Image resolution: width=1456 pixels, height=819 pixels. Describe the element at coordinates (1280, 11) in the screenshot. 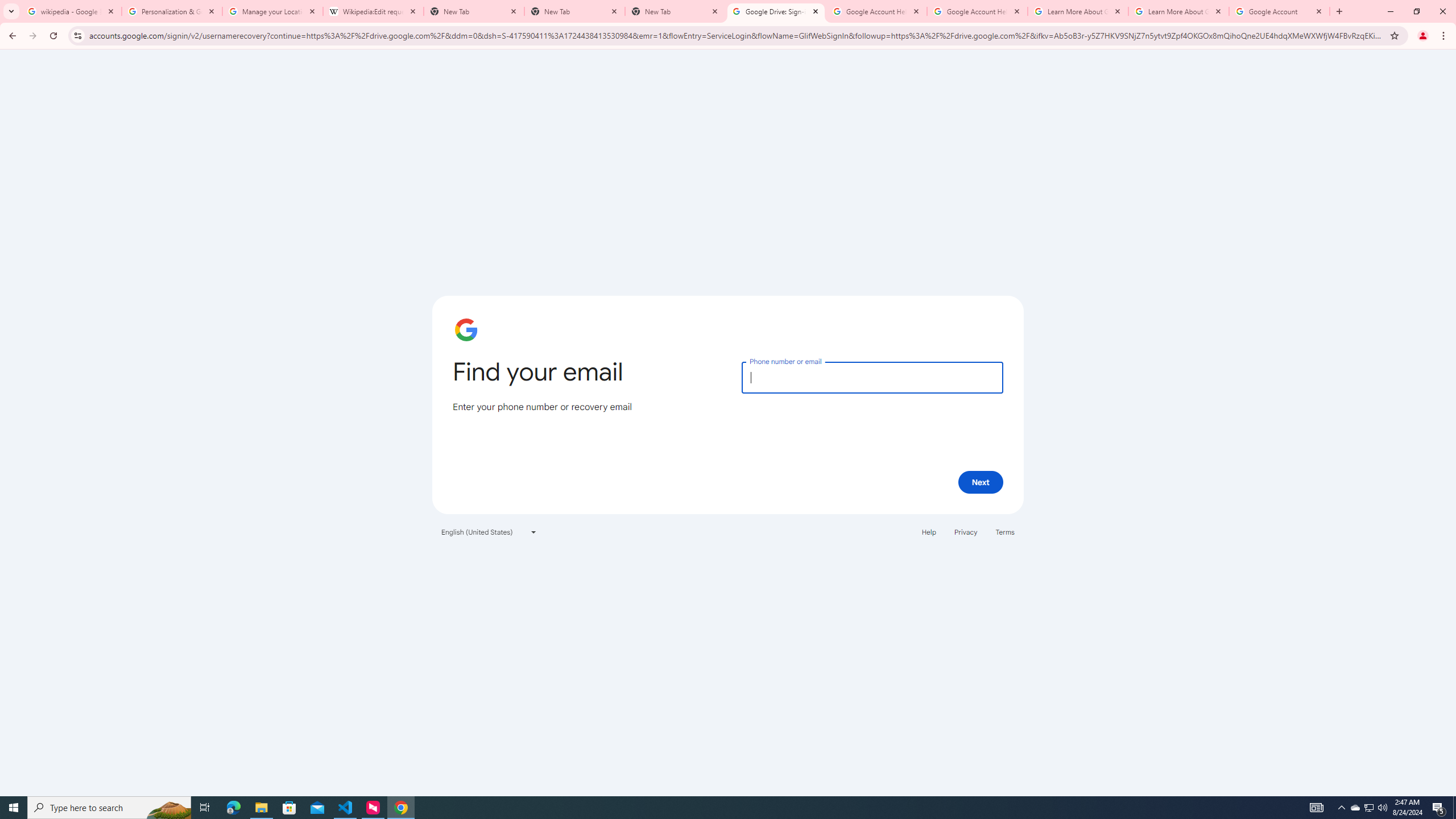

I see `'Google Account'` at that location.